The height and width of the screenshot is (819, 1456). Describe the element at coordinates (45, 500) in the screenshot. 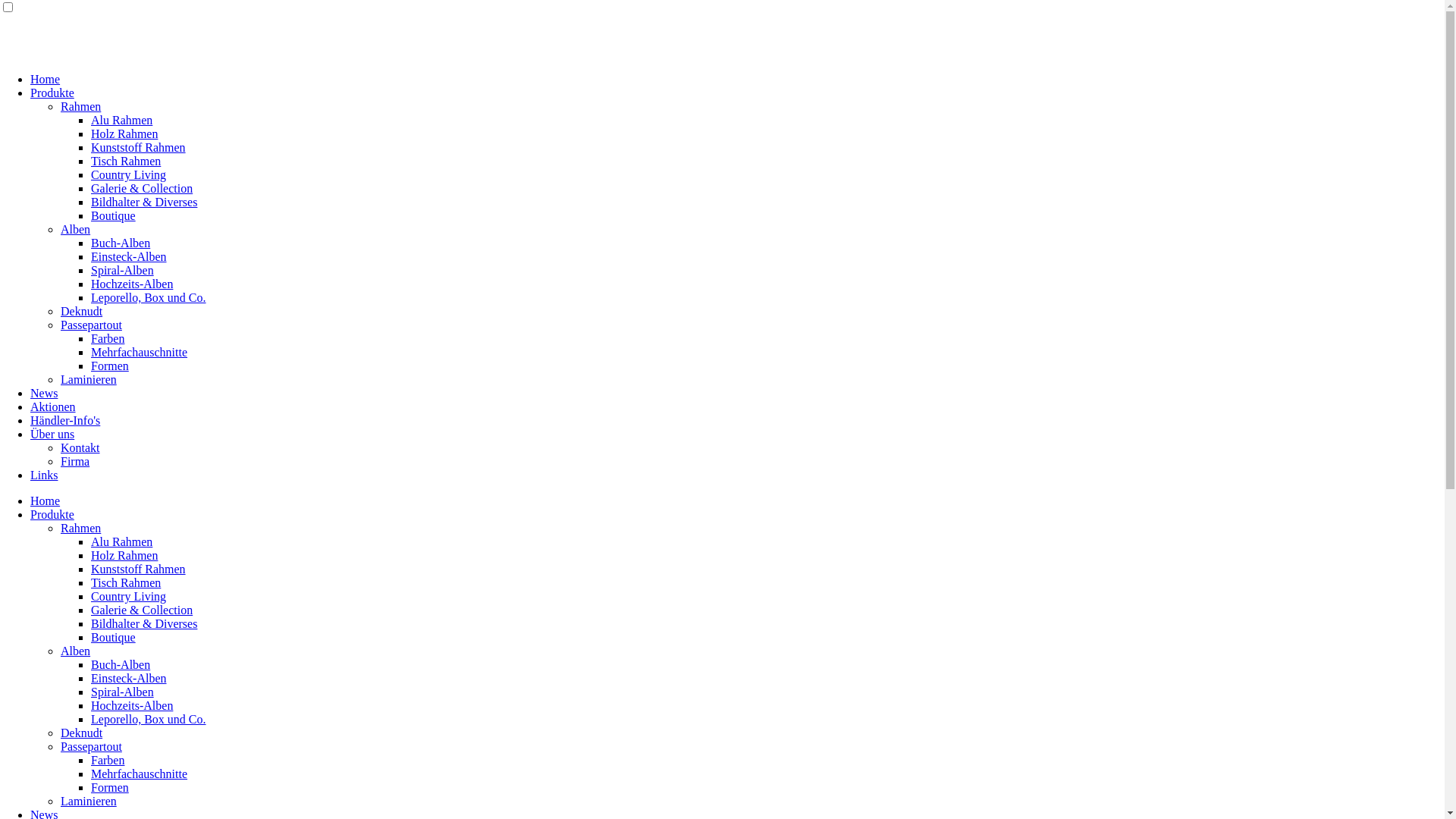

I see `'Home'` at that location.